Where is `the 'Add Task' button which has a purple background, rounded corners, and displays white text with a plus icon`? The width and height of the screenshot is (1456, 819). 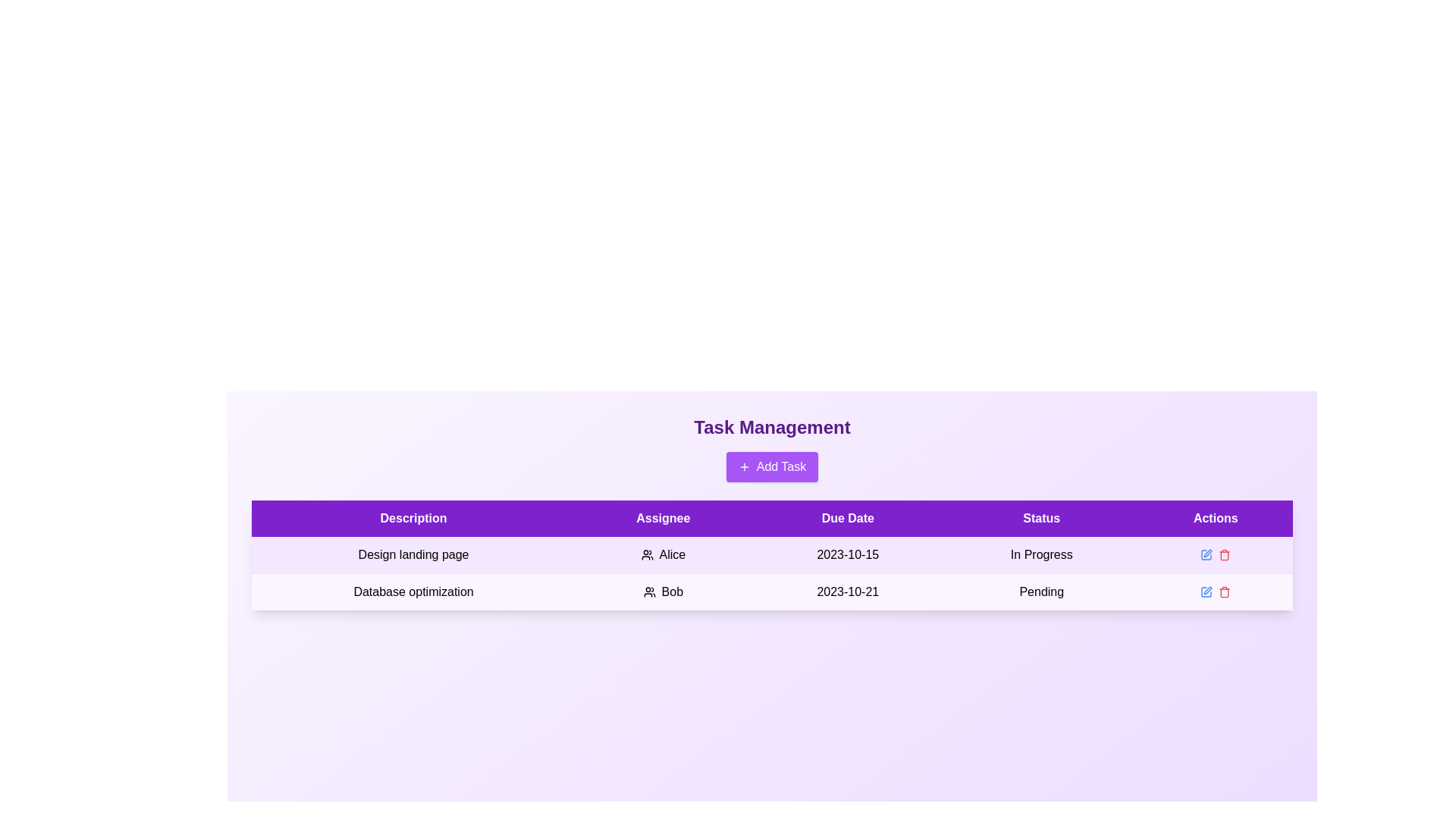
the 'Add Task' button which has a purple background, rounded corners, and displays white text with a plus icon is located at coordinates (772, 466).